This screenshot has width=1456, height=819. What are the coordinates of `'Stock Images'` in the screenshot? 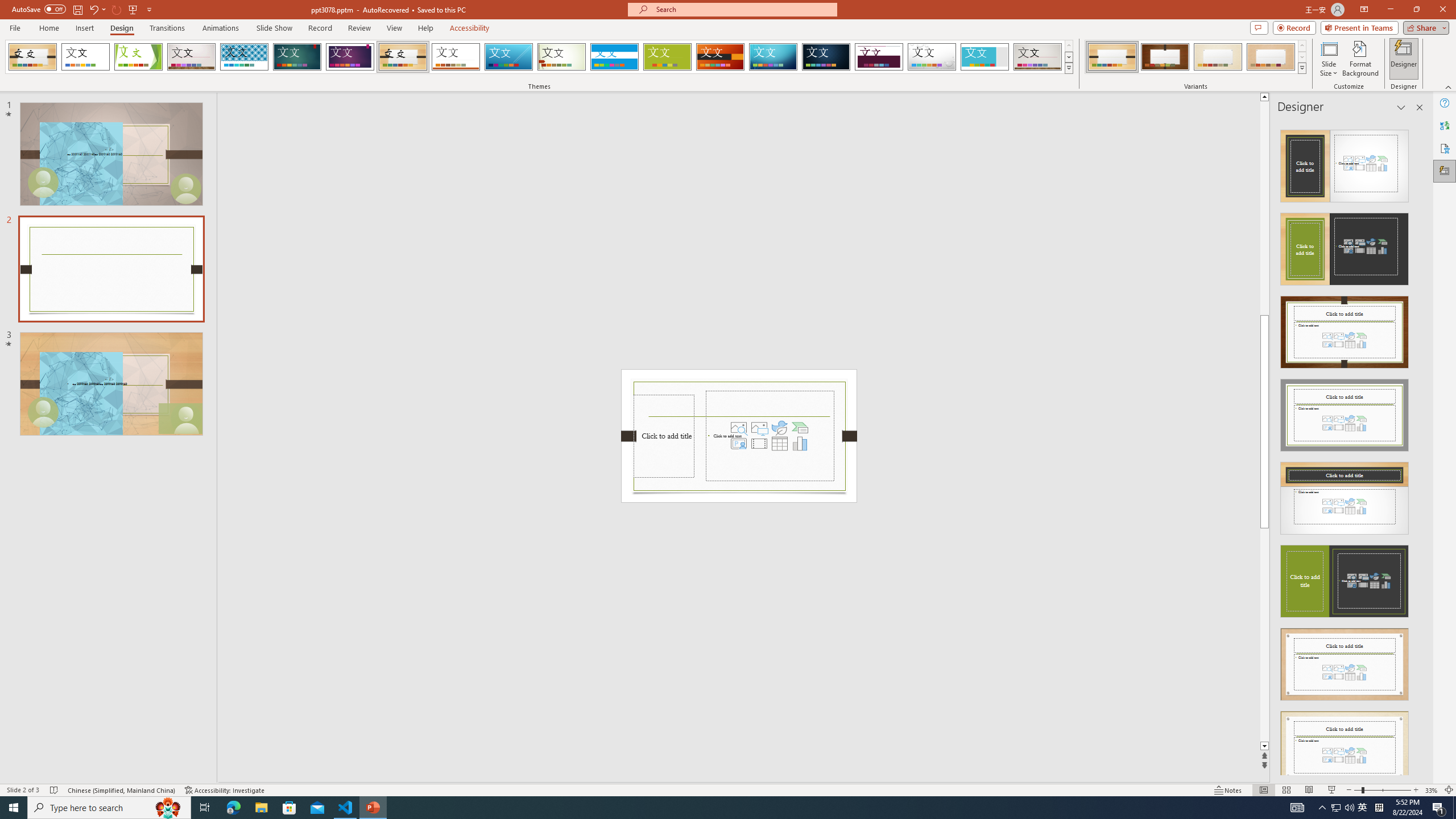 It's located at (739, 427).